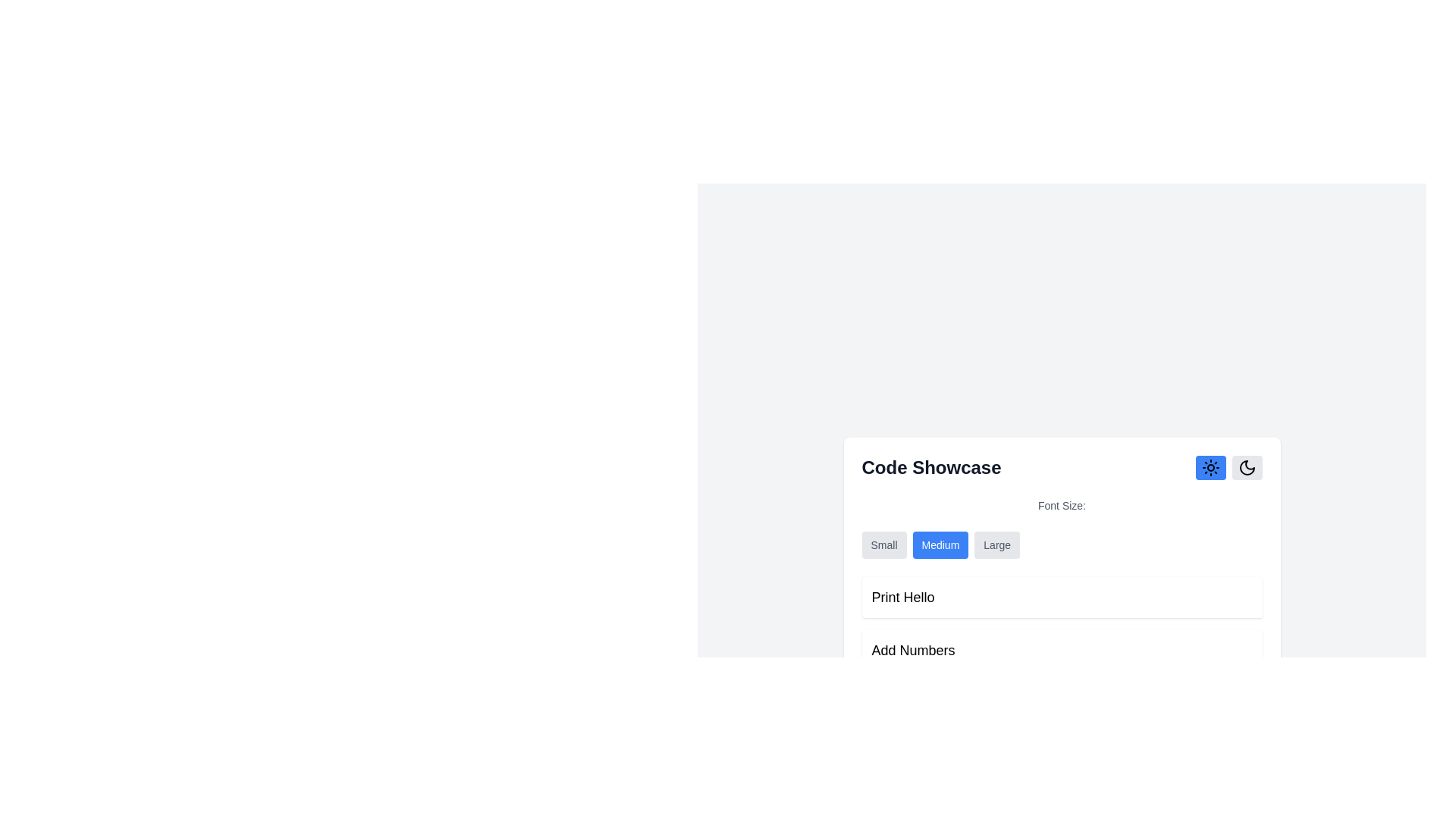  I want to click on the rectangular button labeled 'Small' with a light gray background and rounded corners, so click(884, 544).